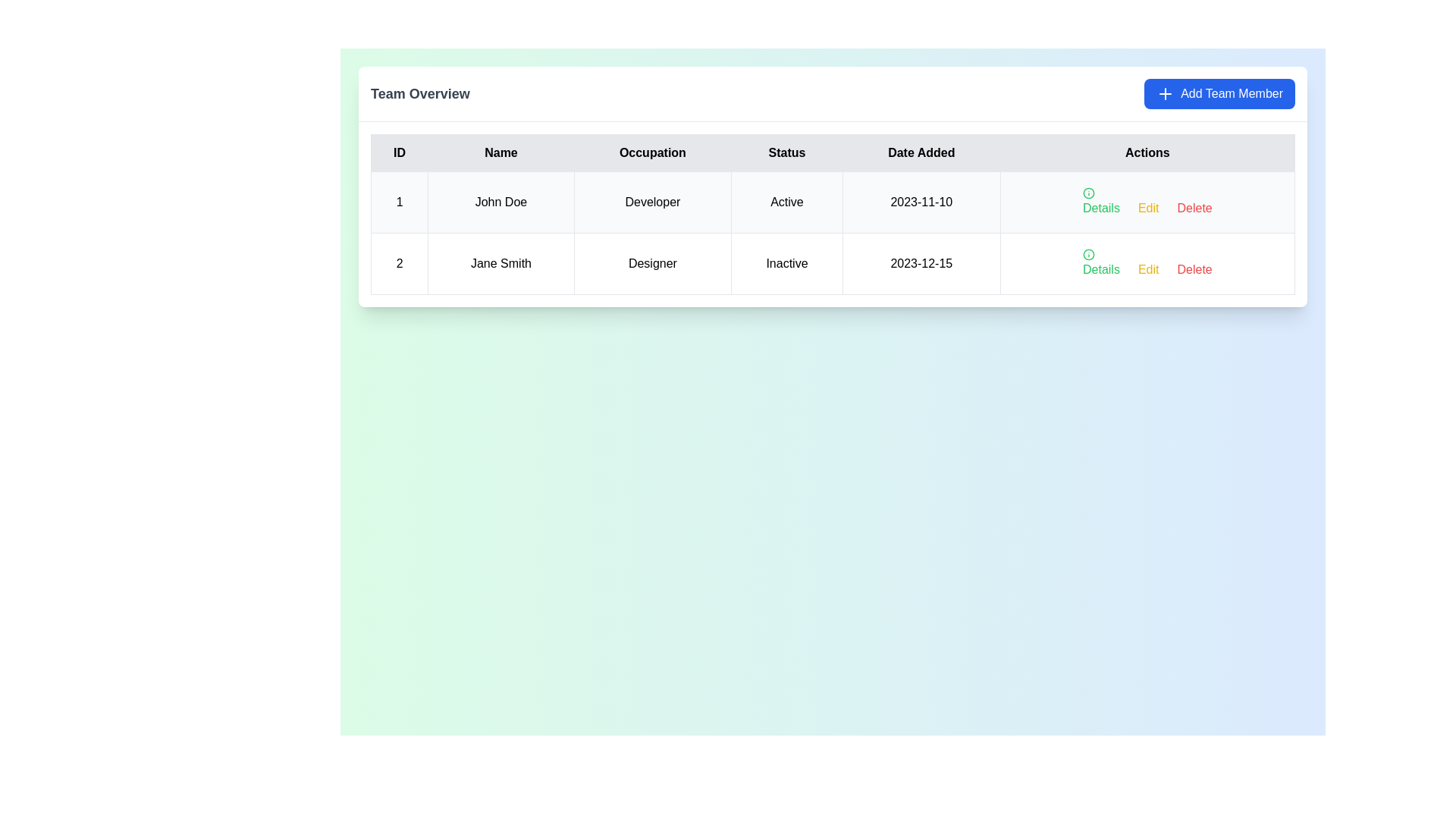 The width and height of the screenshot is (1456, 819). What do you see at coordinates (400, 262) in the screenshot?
I see `the text display element in the first cell of the row labeled 'Jane Smith', which shows the unique identifier for the associated item or user` at bounding box center [400, 262].